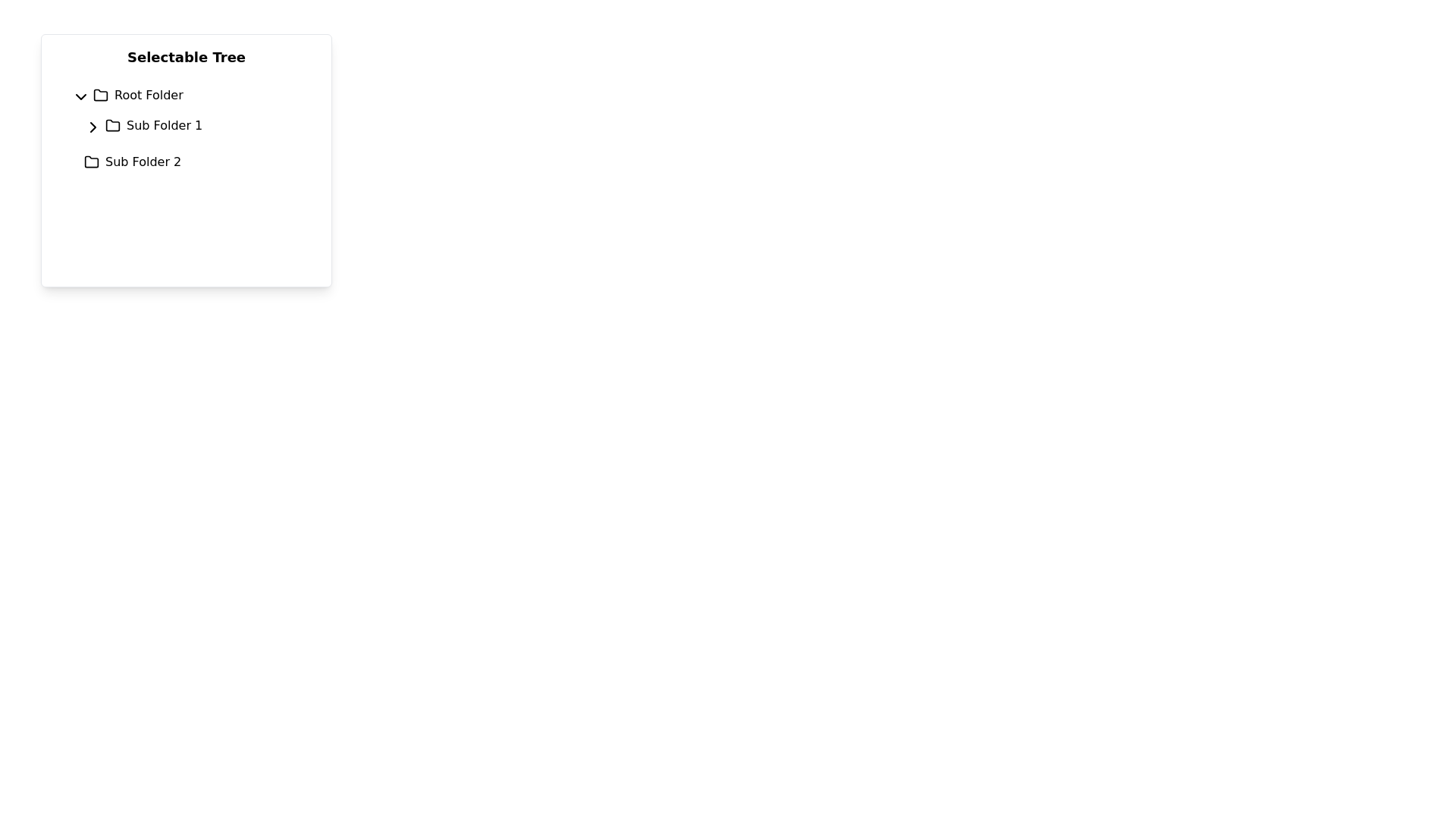 The width and height of the screenshot is (1456, 819). I want to click on the folder icon located to the left of the 'Root Folder' label, so click(100, 95).